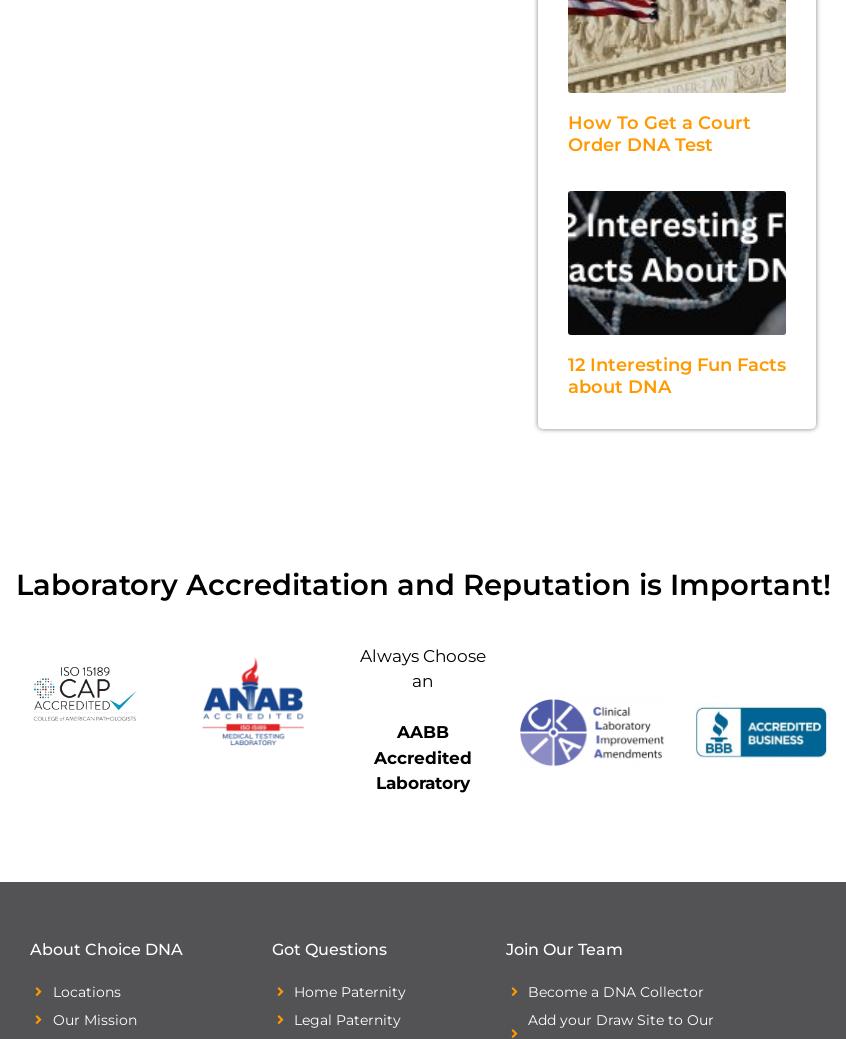  I want to click on 'Got Questions', so click(327, 949).